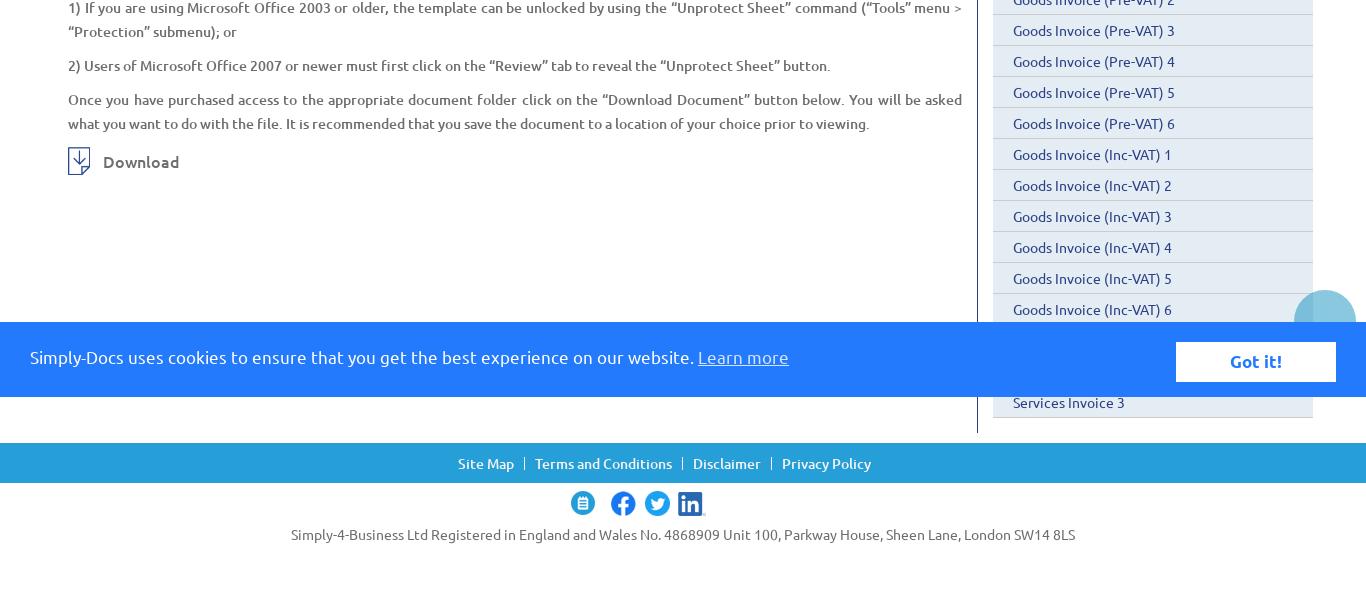 This screenshot has height=603, width=1366. Describe the element at coordinates (698, 355) in the screenshot. I see `'Learn more'` at that location.